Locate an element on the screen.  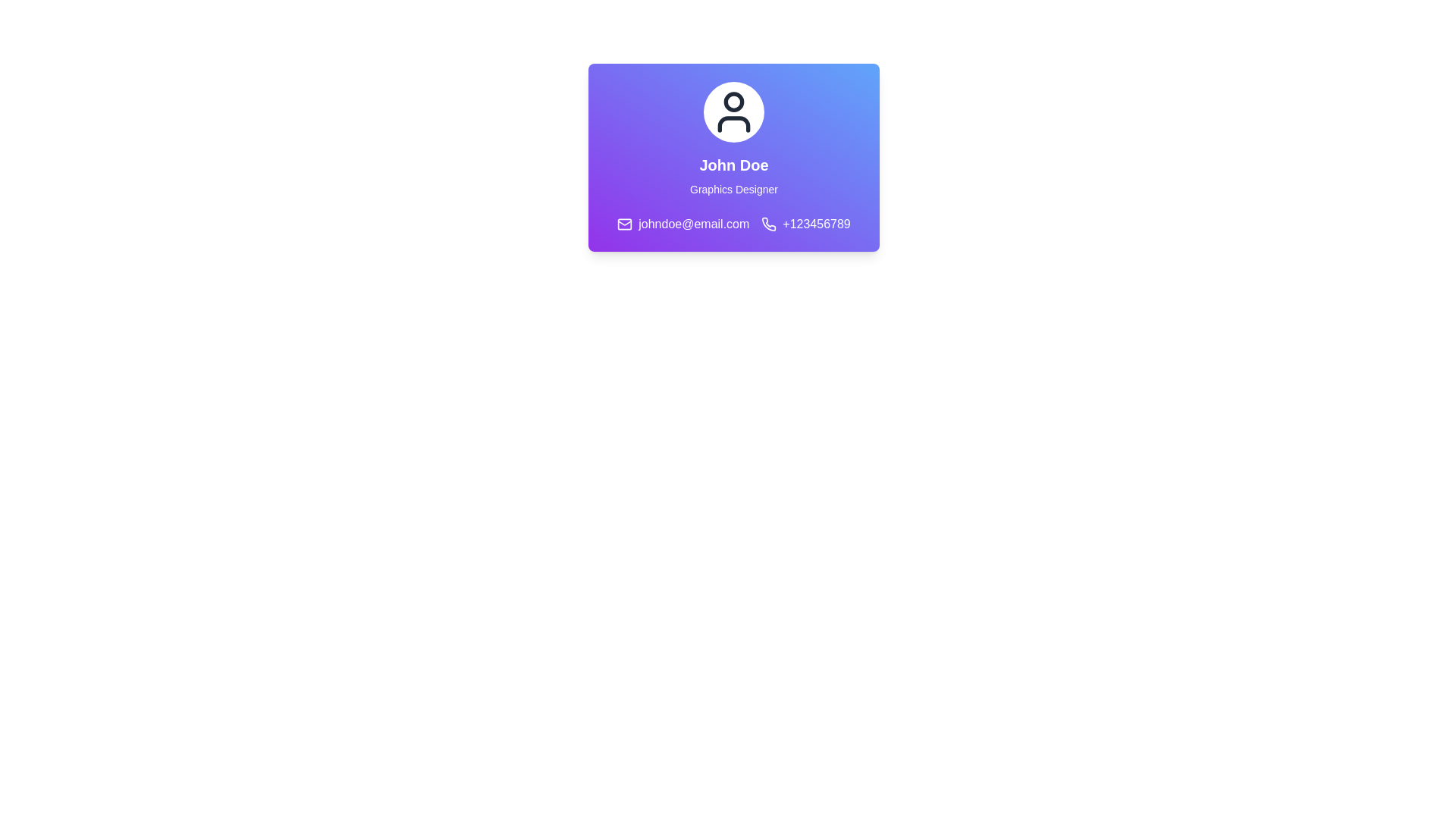
the mail envelope icon, which is a monochrome graphic with rounded corners located to the left of the email address 'johndoe@email.com.' is located at coordinates (625, 224).